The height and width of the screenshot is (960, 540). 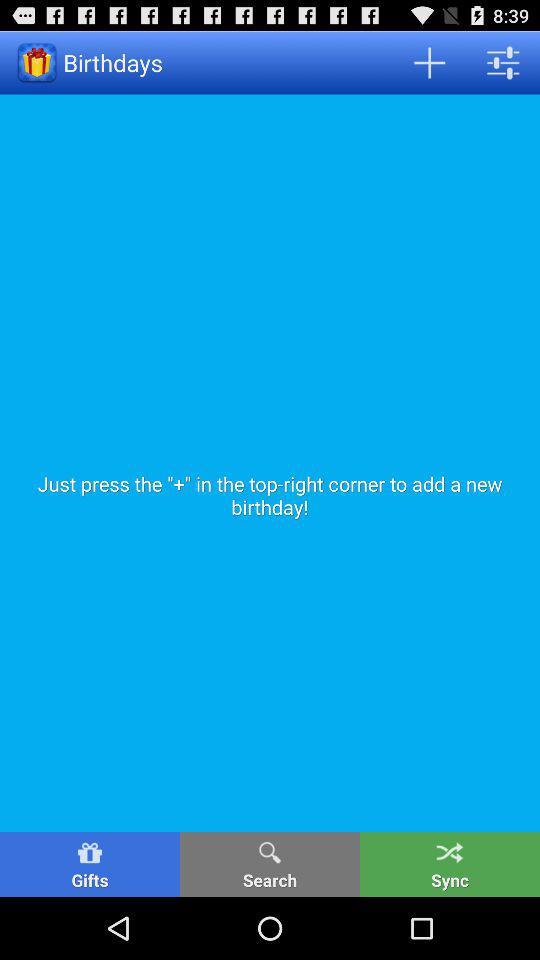 What do you see at coordinates (270, 863) in the screenshot?
I see `button to the right of the gifts` at bounding box center [270, 863].